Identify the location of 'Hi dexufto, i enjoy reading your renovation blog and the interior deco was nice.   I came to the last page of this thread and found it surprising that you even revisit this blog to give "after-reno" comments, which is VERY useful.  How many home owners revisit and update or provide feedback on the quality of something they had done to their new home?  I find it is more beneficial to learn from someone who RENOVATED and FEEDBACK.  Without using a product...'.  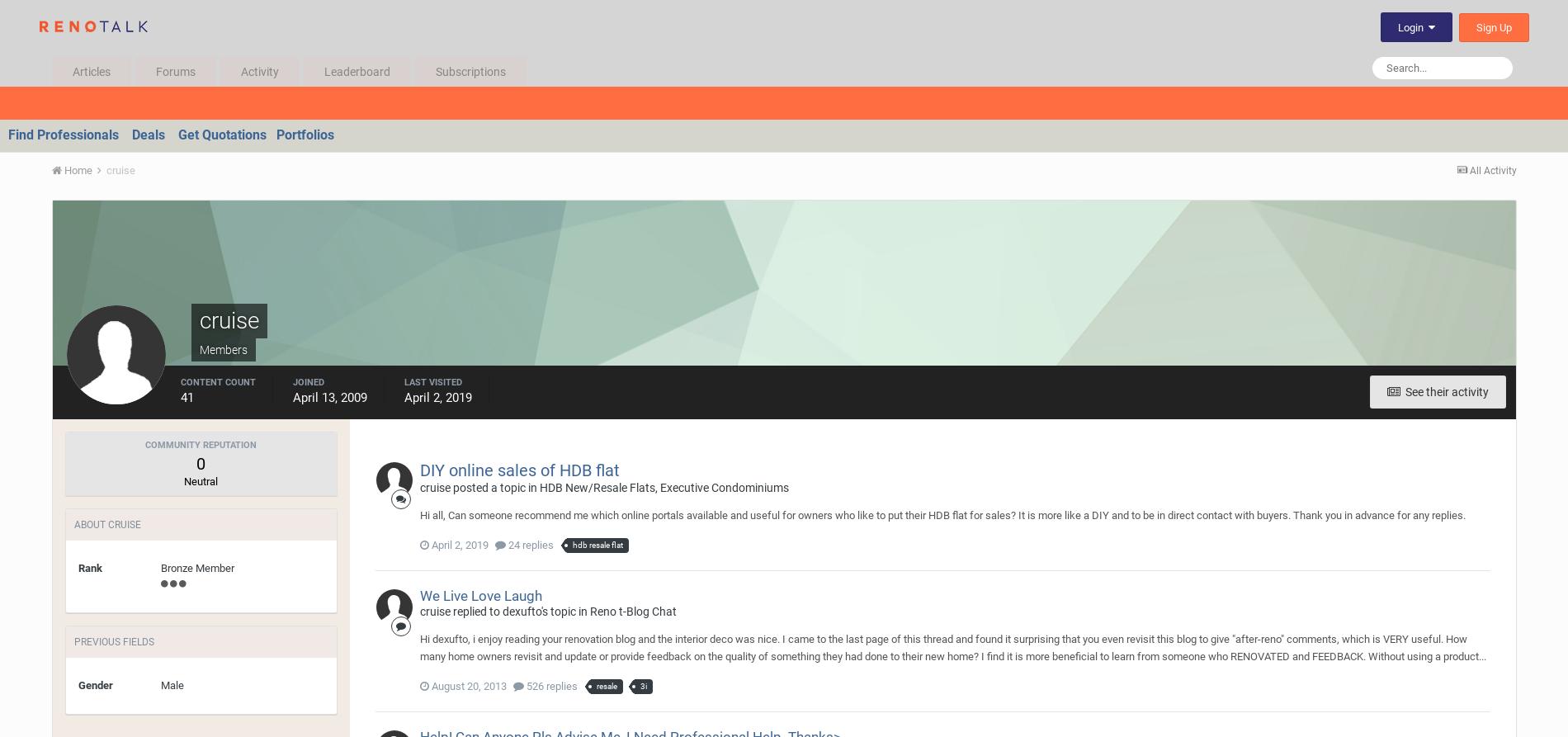
(952, 646).